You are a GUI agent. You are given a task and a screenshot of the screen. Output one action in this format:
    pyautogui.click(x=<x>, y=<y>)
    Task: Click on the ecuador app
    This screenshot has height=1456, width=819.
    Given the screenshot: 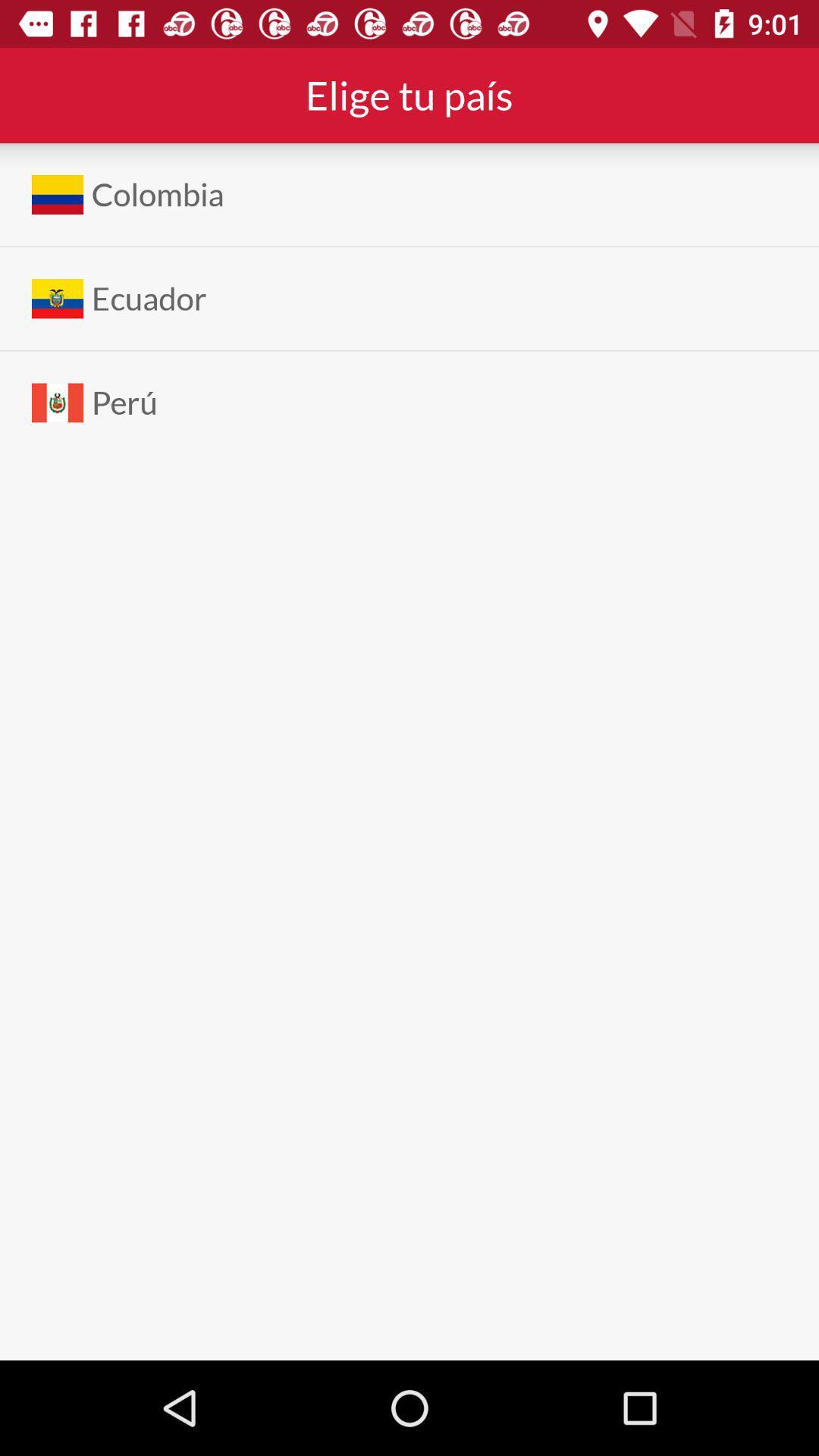 What is the action you would take?
    pyautogui.click(x=149, y=299)
    